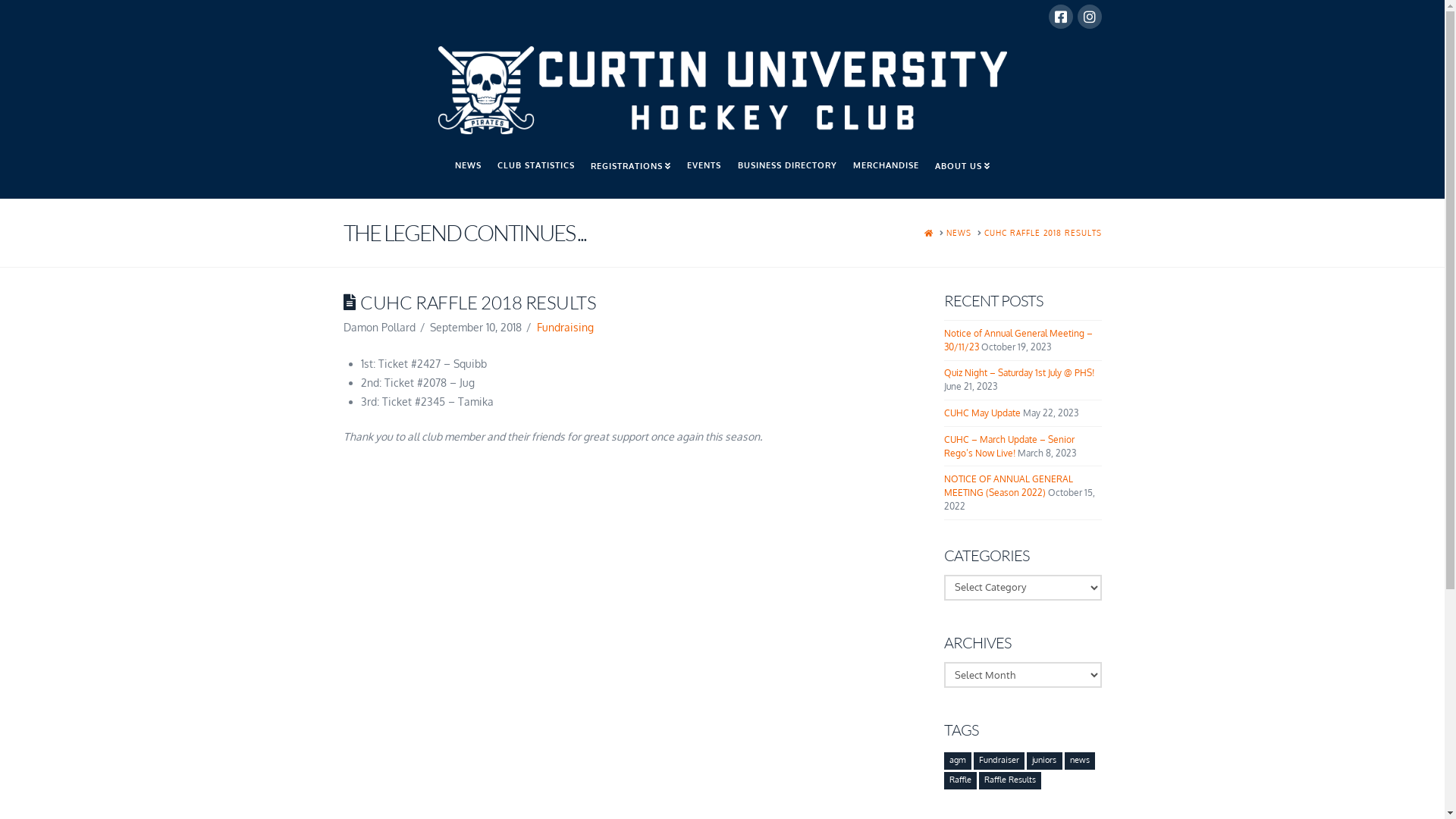 The height and width of the screenshot is (819, 1456). What do you see at coordinates (1059, 17) in the screenshot?
I see `'Facebook'` at bounding box center [1059, 17].